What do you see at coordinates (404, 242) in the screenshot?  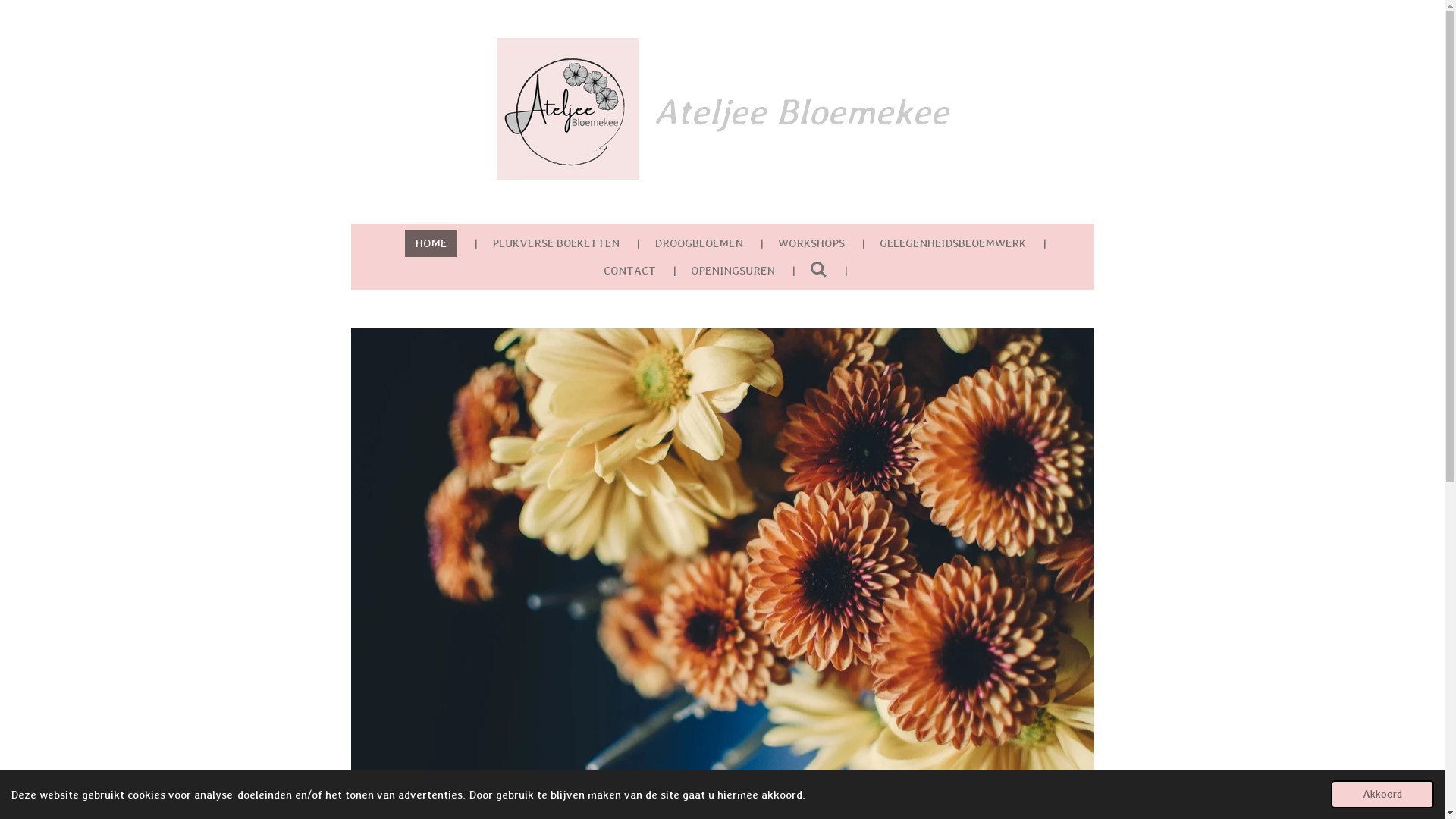 I see `'HOME'` at bounding box center [404, 242].